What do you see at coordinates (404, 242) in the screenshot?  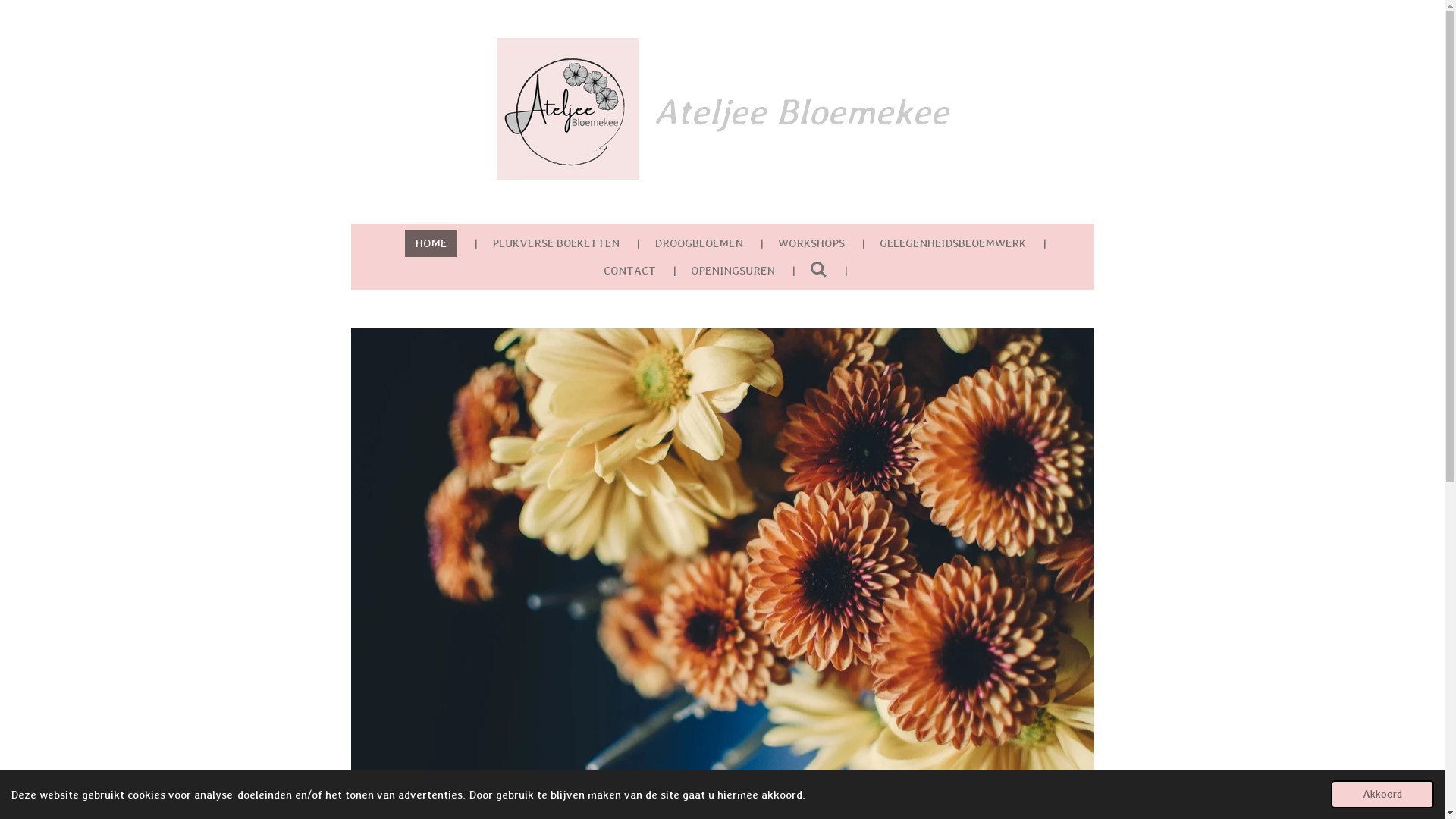 I see `'HOME'` at bounding box center [404, 242].